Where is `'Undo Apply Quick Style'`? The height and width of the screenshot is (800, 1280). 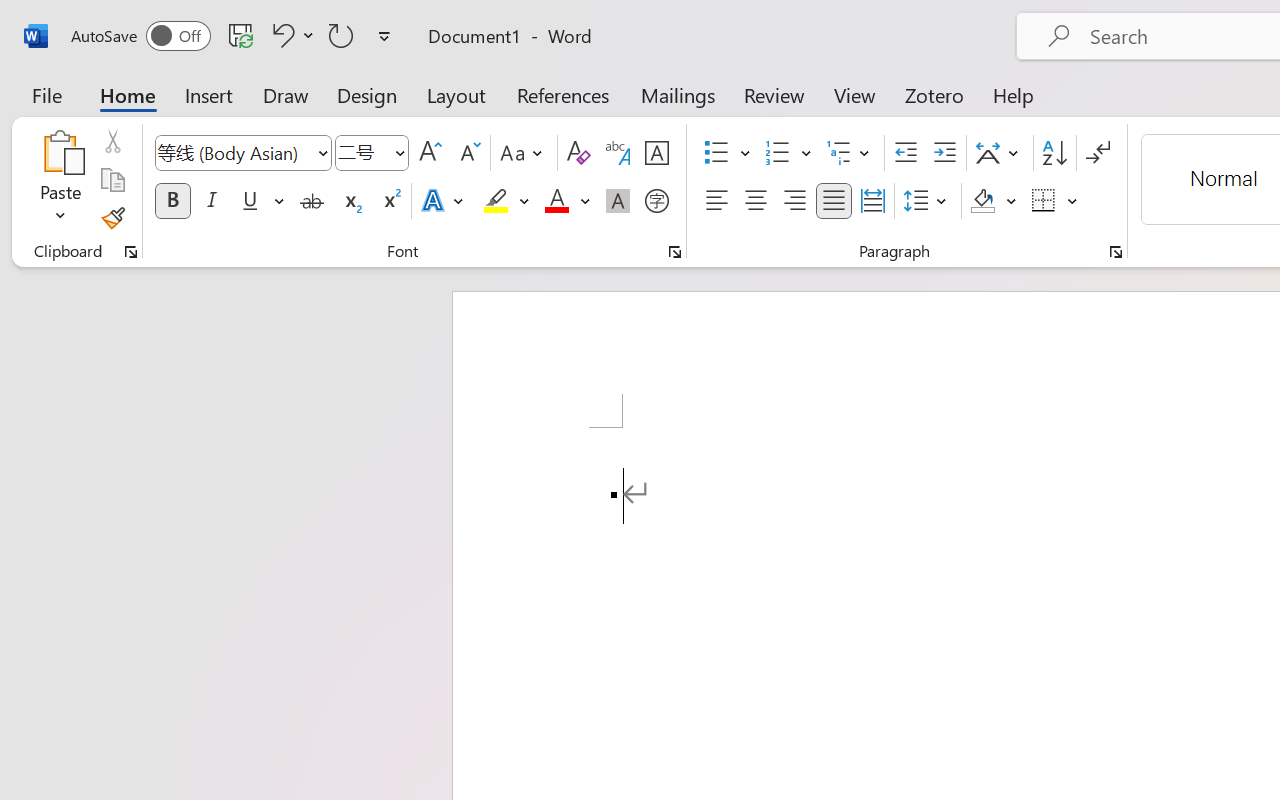
'Undo Apply Quick Style' is located at coordinates (289, 34).